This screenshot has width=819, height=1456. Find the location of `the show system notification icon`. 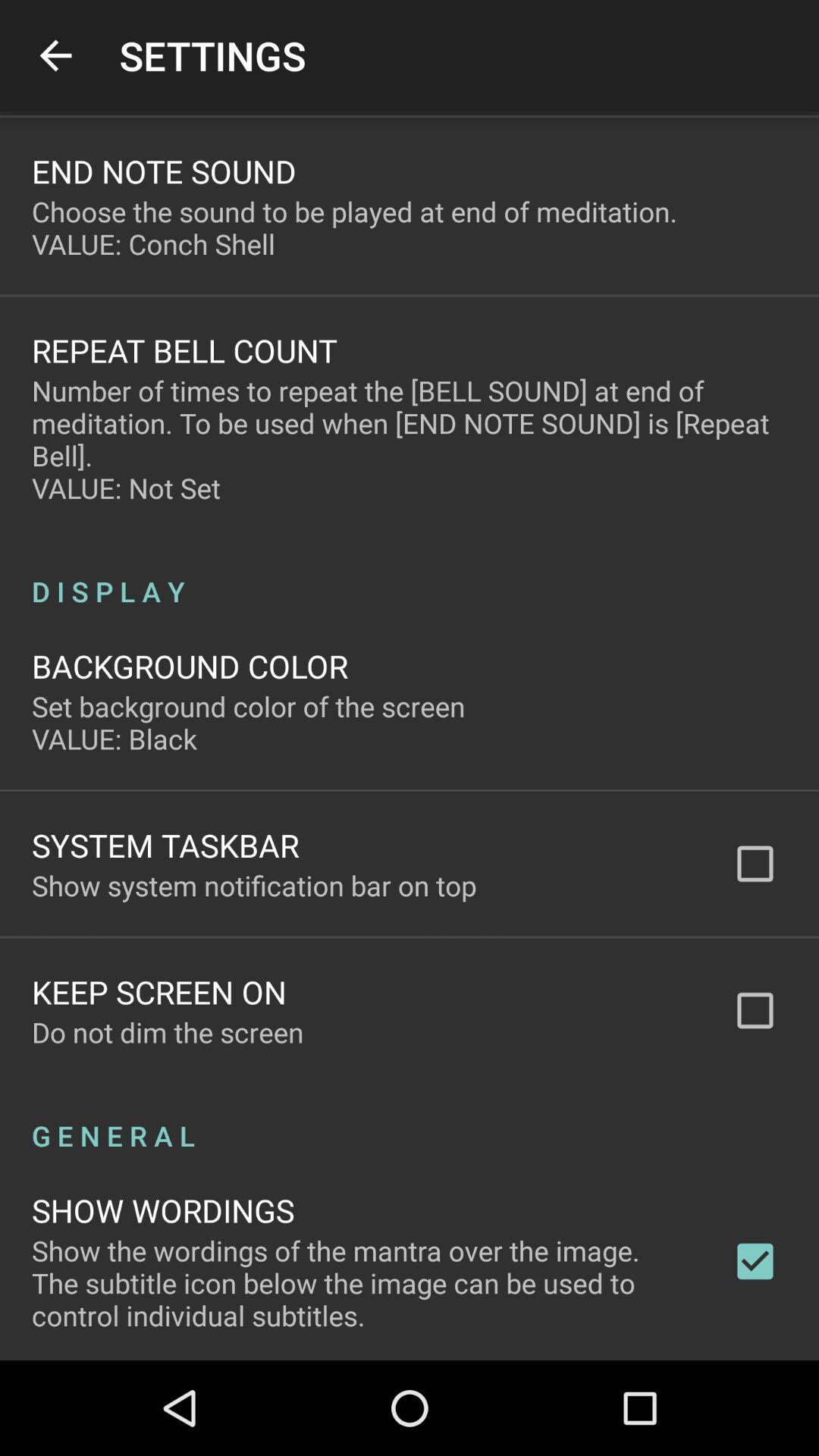

the show system notification icon is located at coordinates (253, 885).